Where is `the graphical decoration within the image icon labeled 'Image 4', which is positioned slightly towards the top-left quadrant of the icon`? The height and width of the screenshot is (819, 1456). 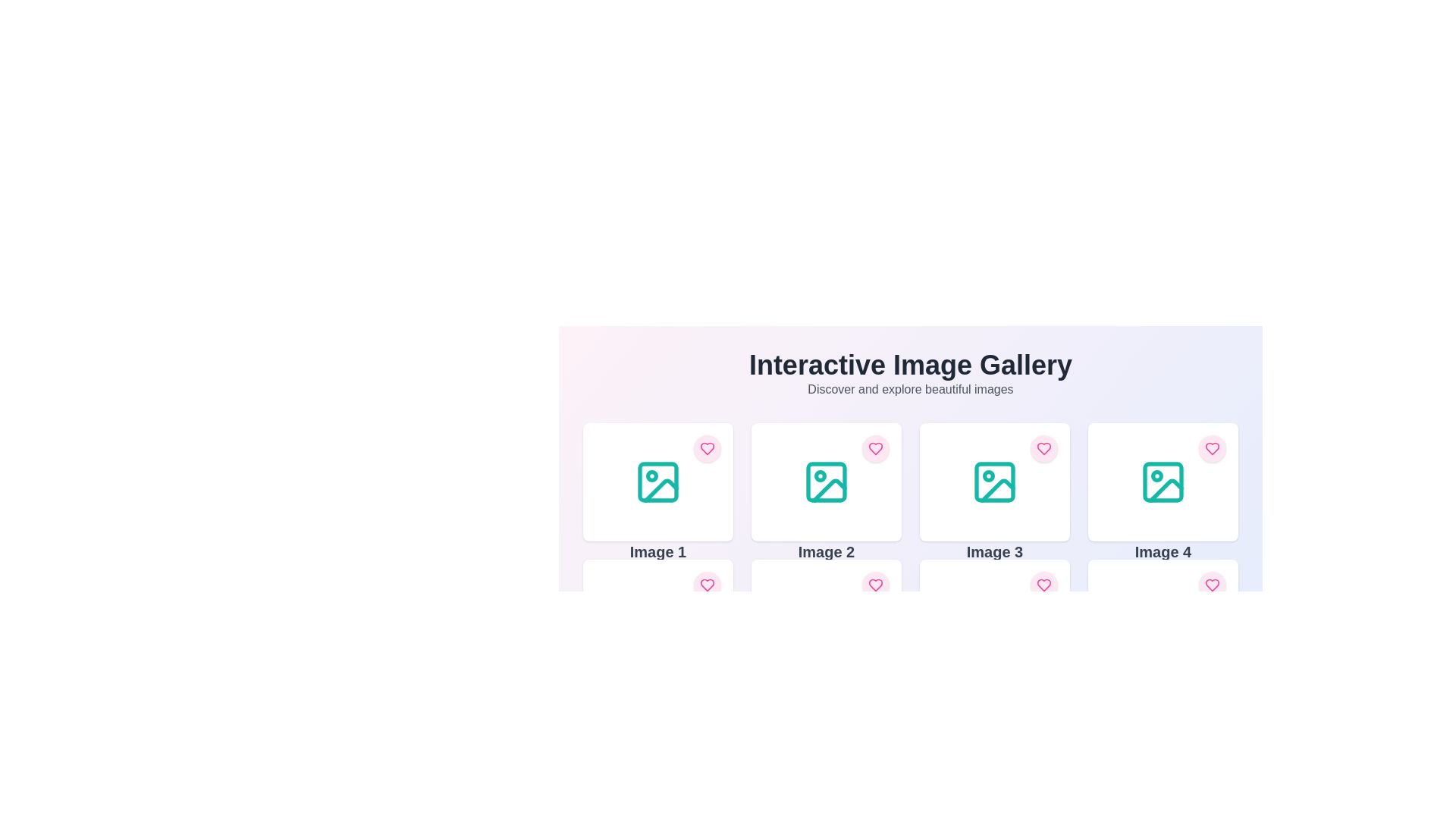 the graphical decoration within the image icon labeled 'Image 4', which is positioned slightly towards the top-left quadrant of the icon is located at coordinates (1156, 475).